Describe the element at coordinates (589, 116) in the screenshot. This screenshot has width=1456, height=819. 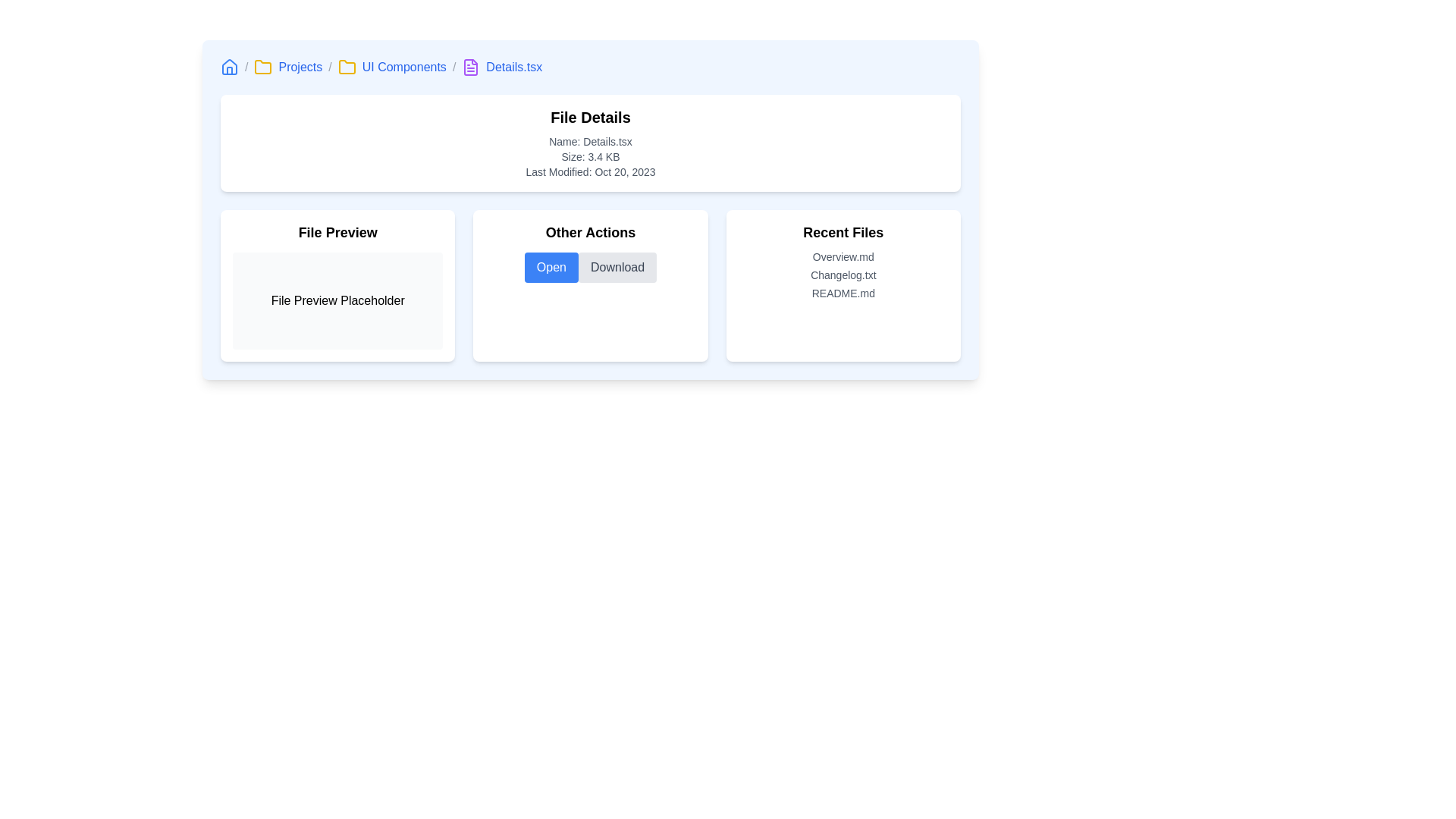
I see `the header Text Label indicating file details, located at the top of the card section` at that location.